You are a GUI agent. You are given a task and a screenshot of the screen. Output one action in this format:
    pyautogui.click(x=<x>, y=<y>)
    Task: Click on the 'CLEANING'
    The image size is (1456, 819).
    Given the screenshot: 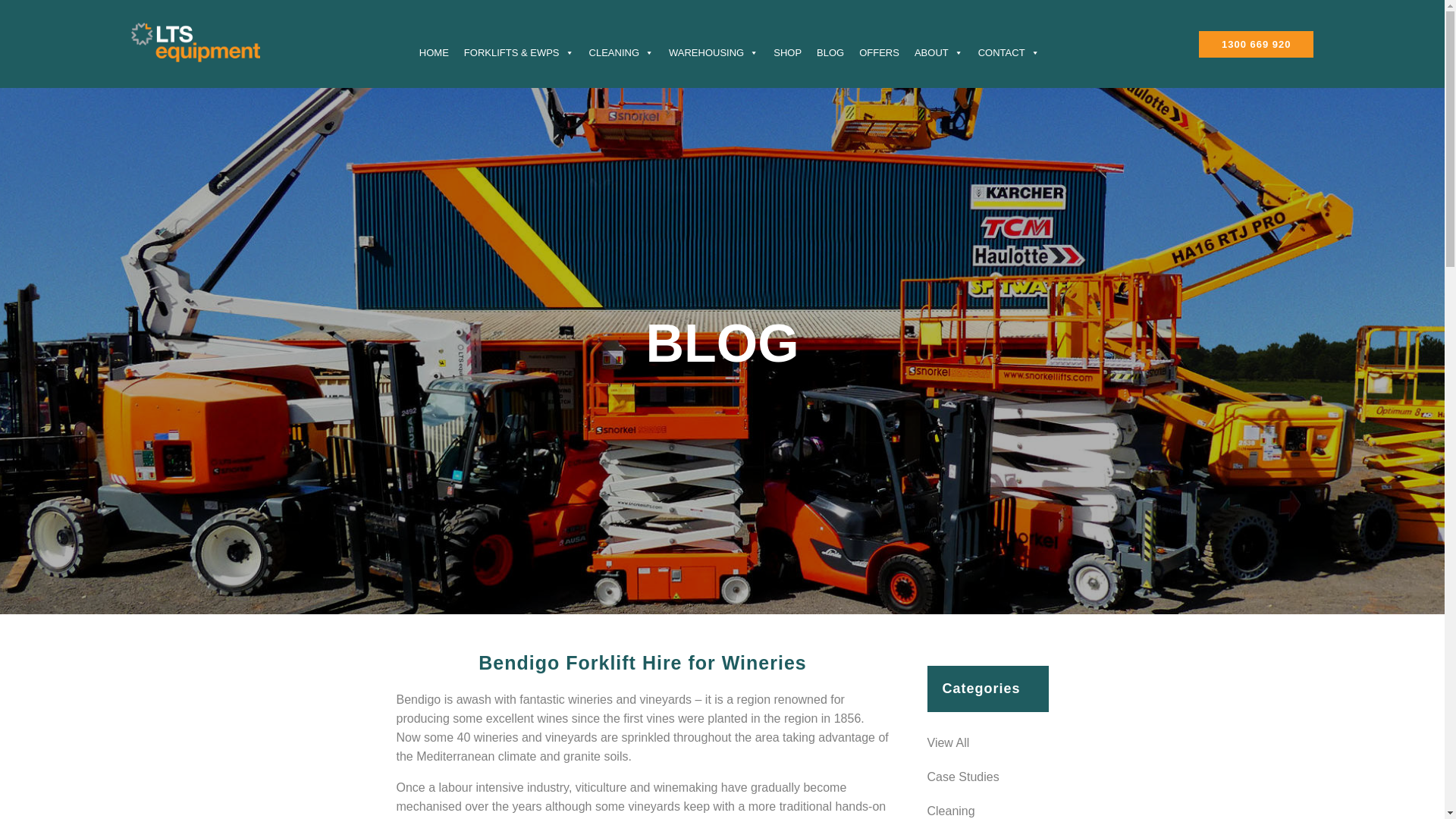 What is the action you would take?
    pyautogui.click(x=621, y=52)
    